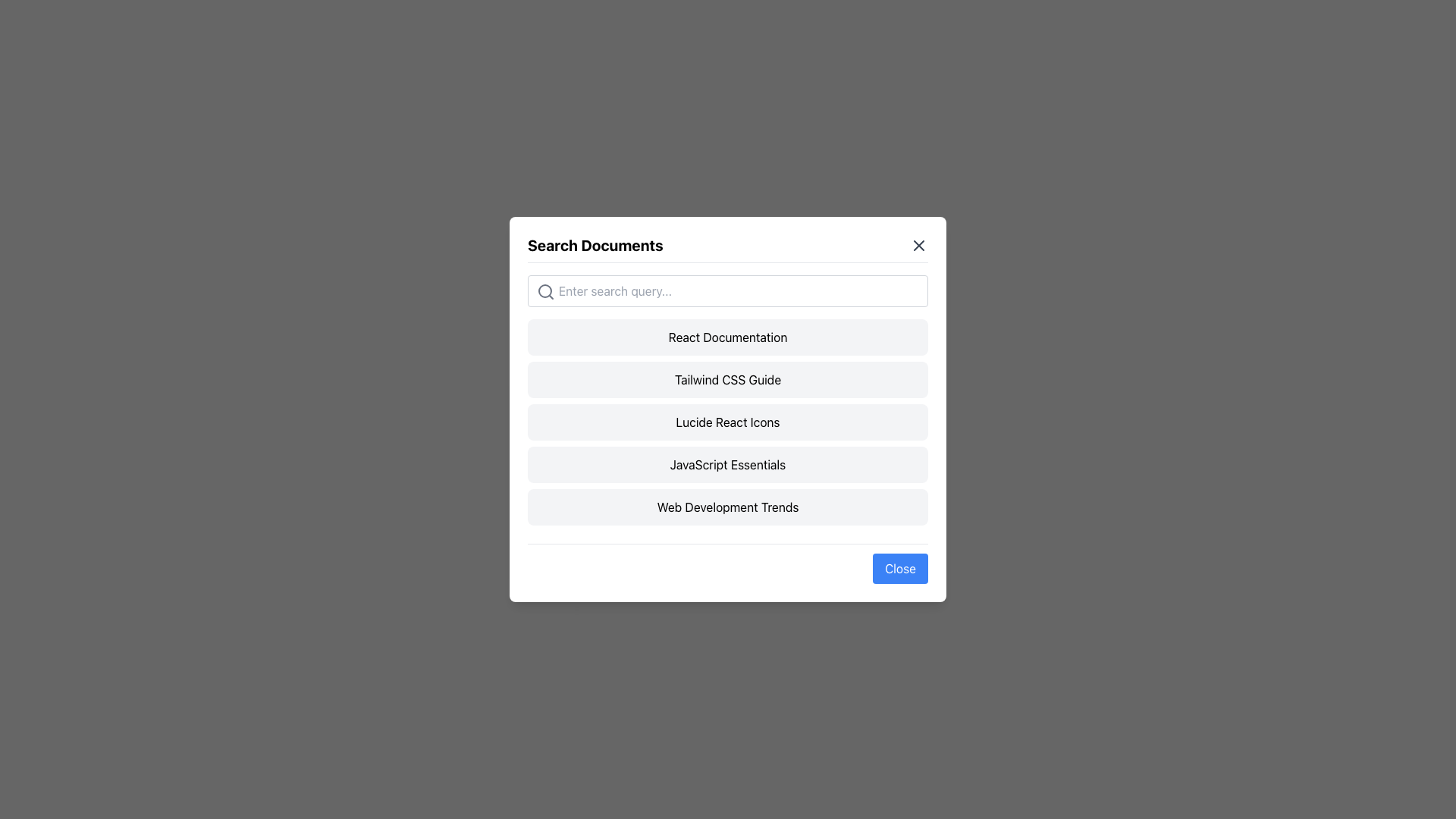  What do you see at coordinates (918, 245) in the screenshot?
I see `the close button located at the top-right of the modal dialog next to the title 'Search Documents' to change its color` at bounding box center [918, 245].